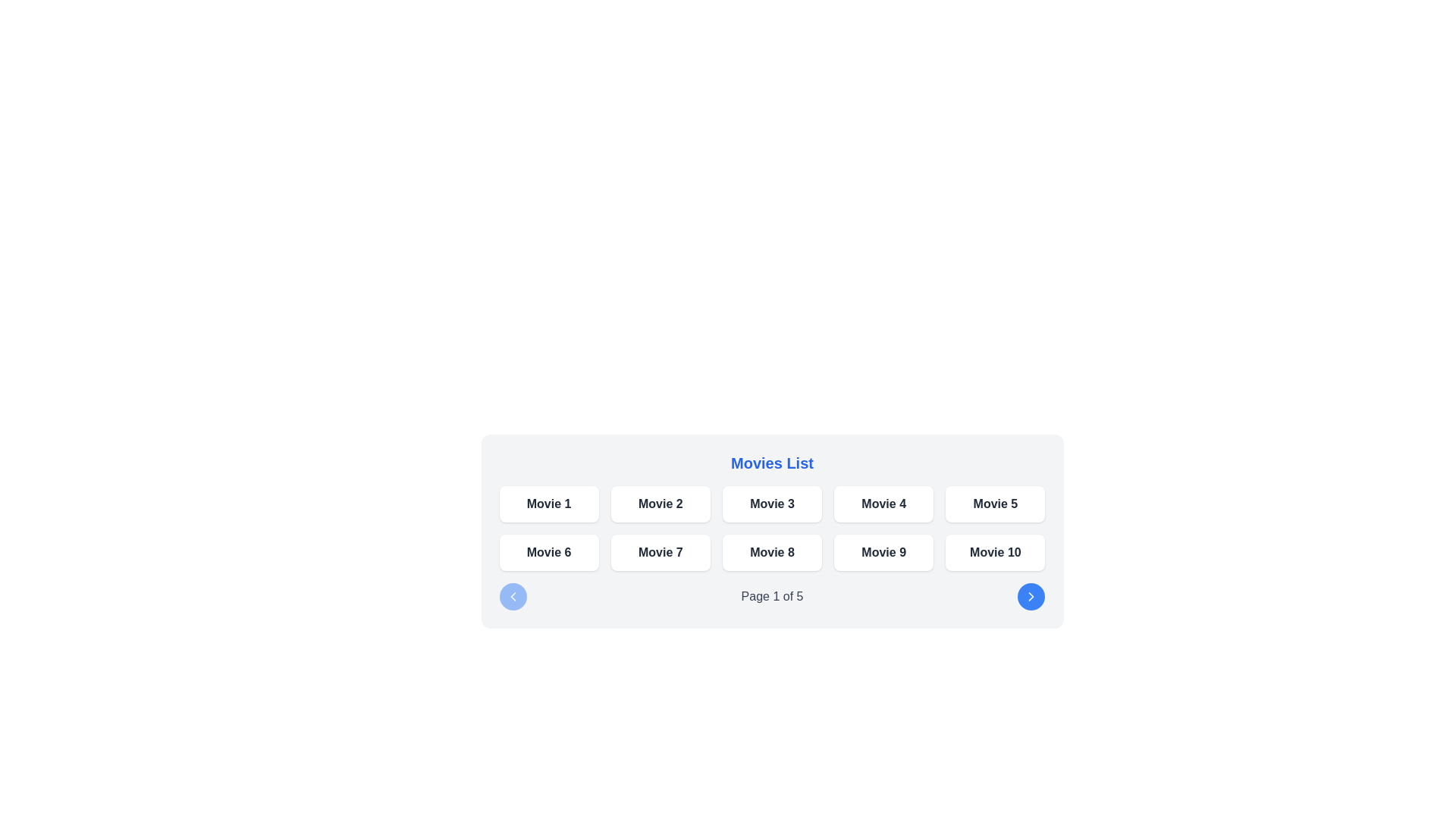  What do you see at coordinates (1031, 595) in the screenshot?
I see `the right-pointing chevron icon inside the blue circular button` at bounding box center [1031, 595].